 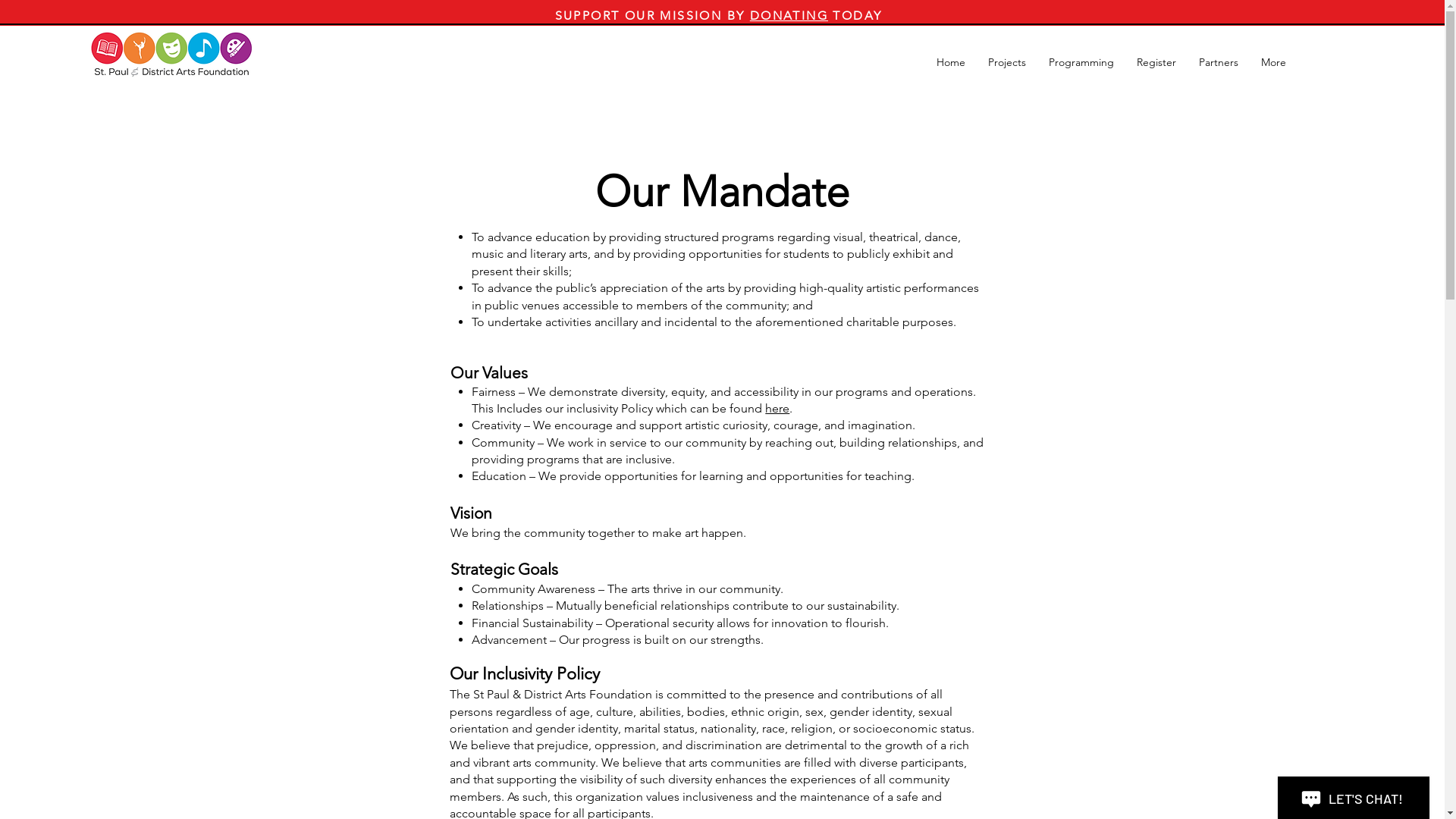 What do you see at coordinates (1080, 61) in the screenshot?
I see `'Programming'` at bounding box center [1080, 61].